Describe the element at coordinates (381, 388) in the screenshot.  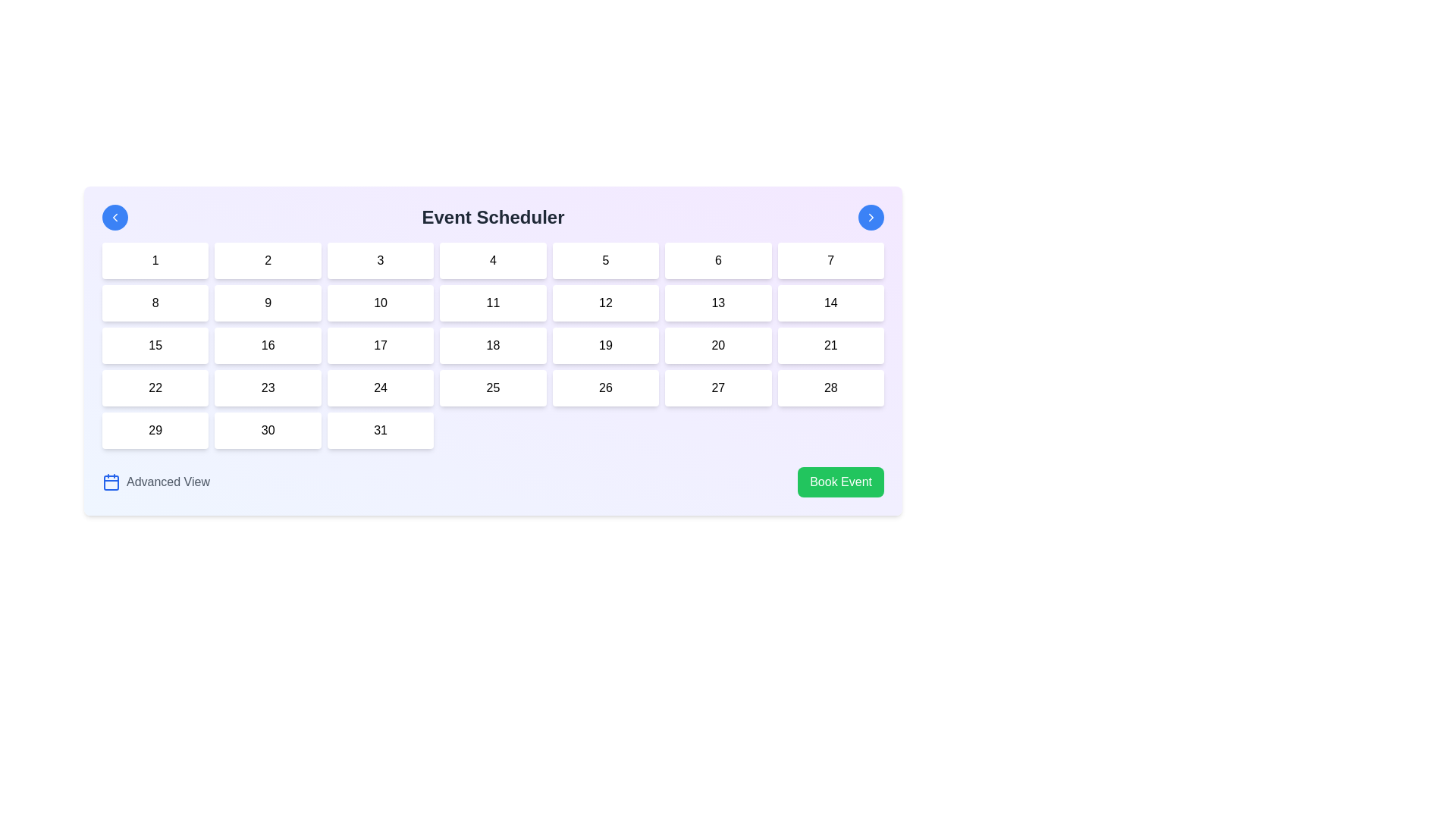
I see `the button displaying the number '24' in black text, located in the grid under the header 'Event Scheduler'` at that location.